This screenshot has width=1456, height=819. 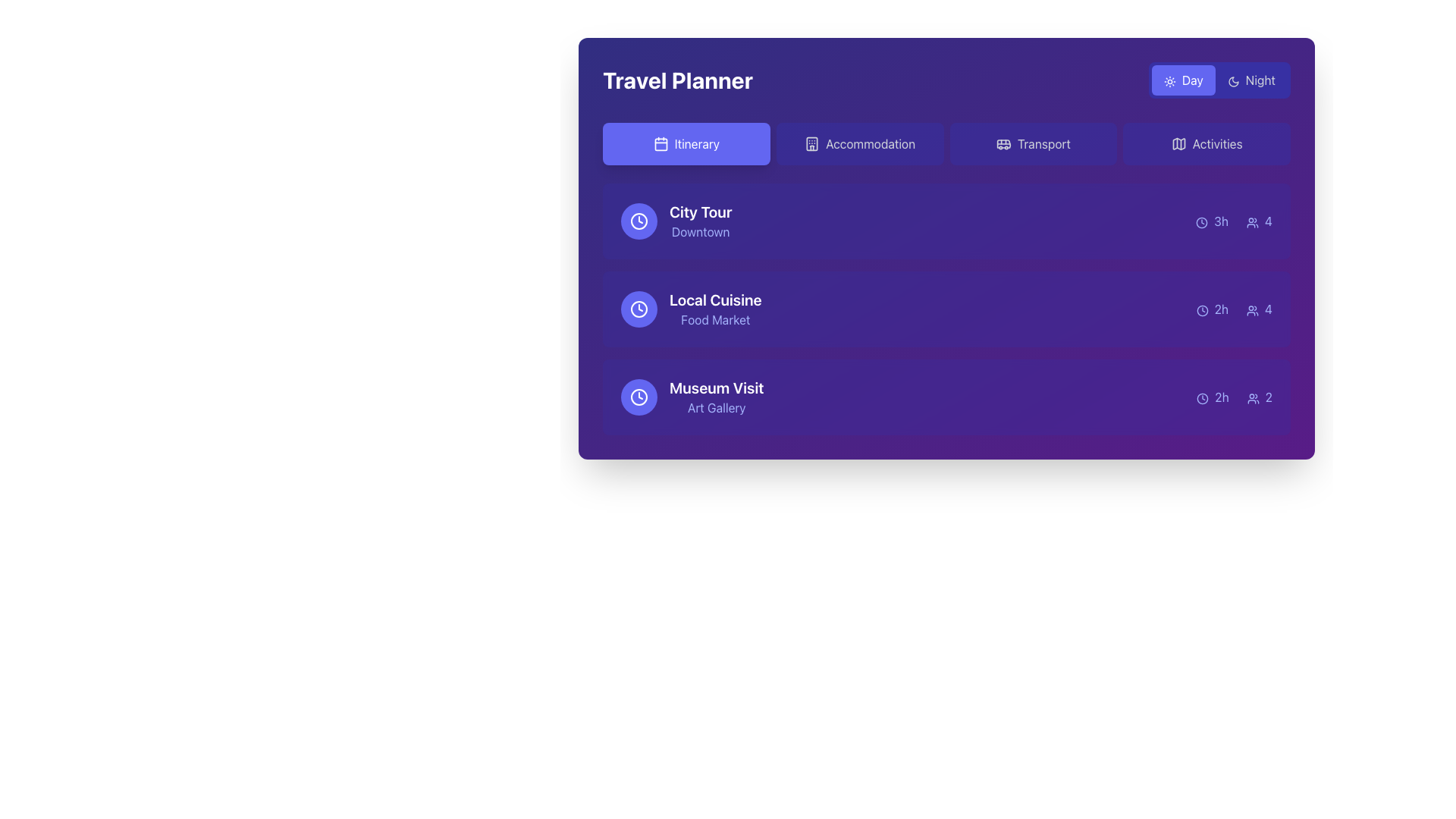 I want to click on the map icon located within the 'Activities' menu option, so click(x=1178, y=143).